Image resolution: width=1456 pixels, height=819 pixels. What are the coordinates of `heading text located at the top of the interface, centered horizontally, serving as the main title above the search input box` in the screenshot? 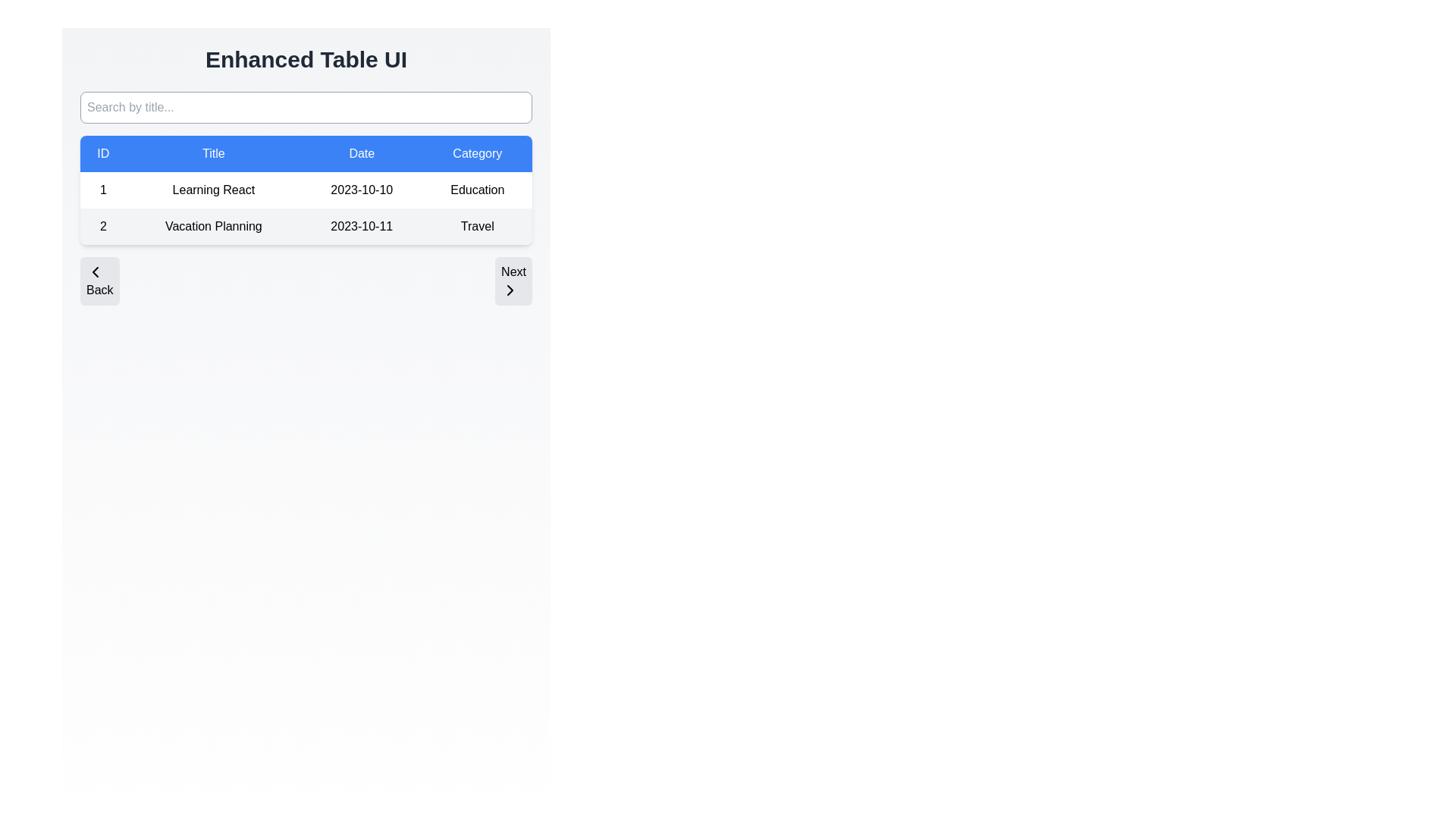 It's located at (305, 58).